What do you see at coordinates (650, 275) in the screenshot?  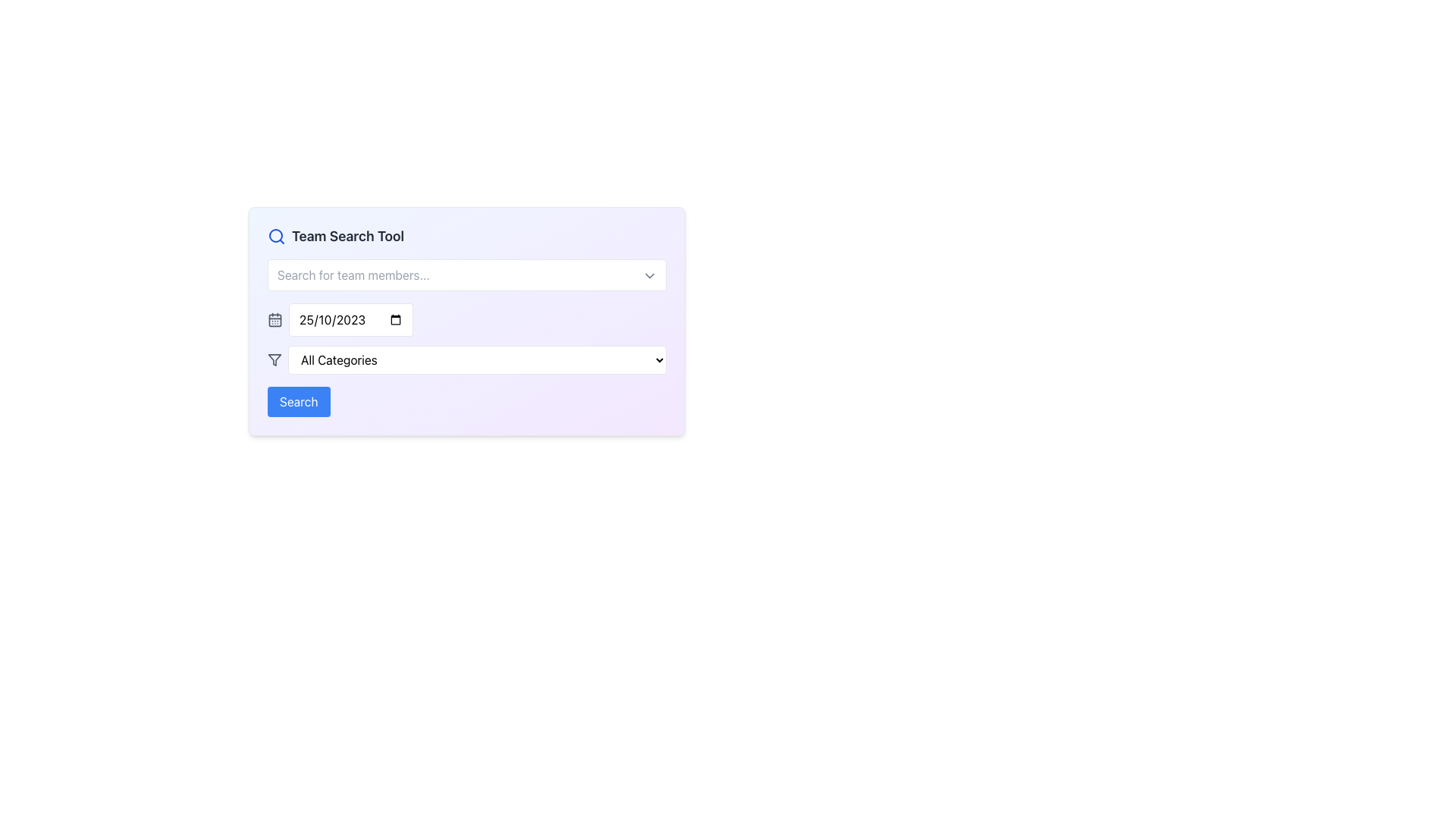 I see `the chevron icon located at the top-right of the 'Search for team members...' input field` at bounding box center [650, 275].